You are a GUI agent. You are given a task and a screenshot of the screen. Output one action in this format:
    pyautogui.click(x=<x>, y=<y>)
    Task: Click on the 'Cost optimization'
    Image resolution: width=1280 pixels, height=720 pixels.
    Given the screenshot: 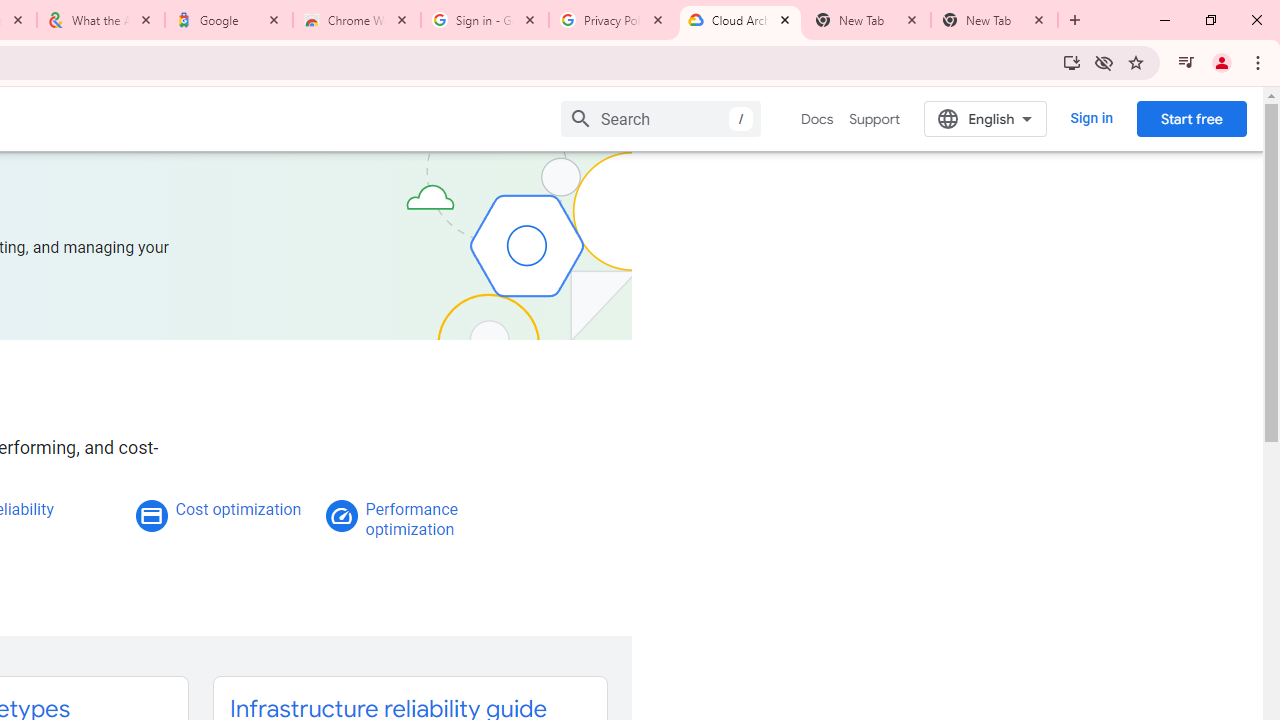 What is the action you would take?
    pyautogui.click(x=238, y=508)
    